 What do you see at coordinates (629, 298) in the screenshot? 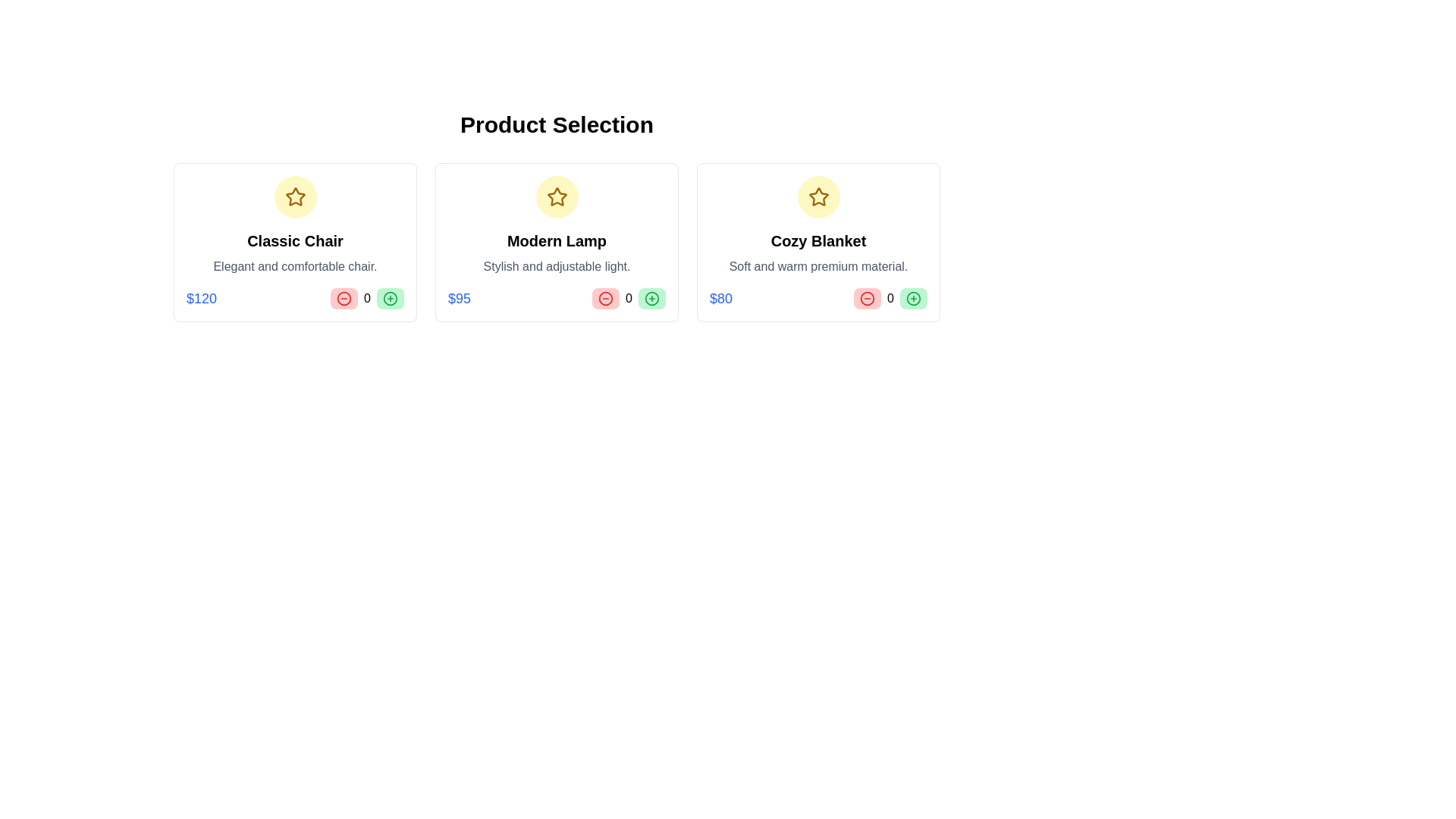
I see `the textual display that shows the current numerical value associated with the product 'Modern Lamp', located between the increment and decrement buttons` at bounding box center [629, 298].